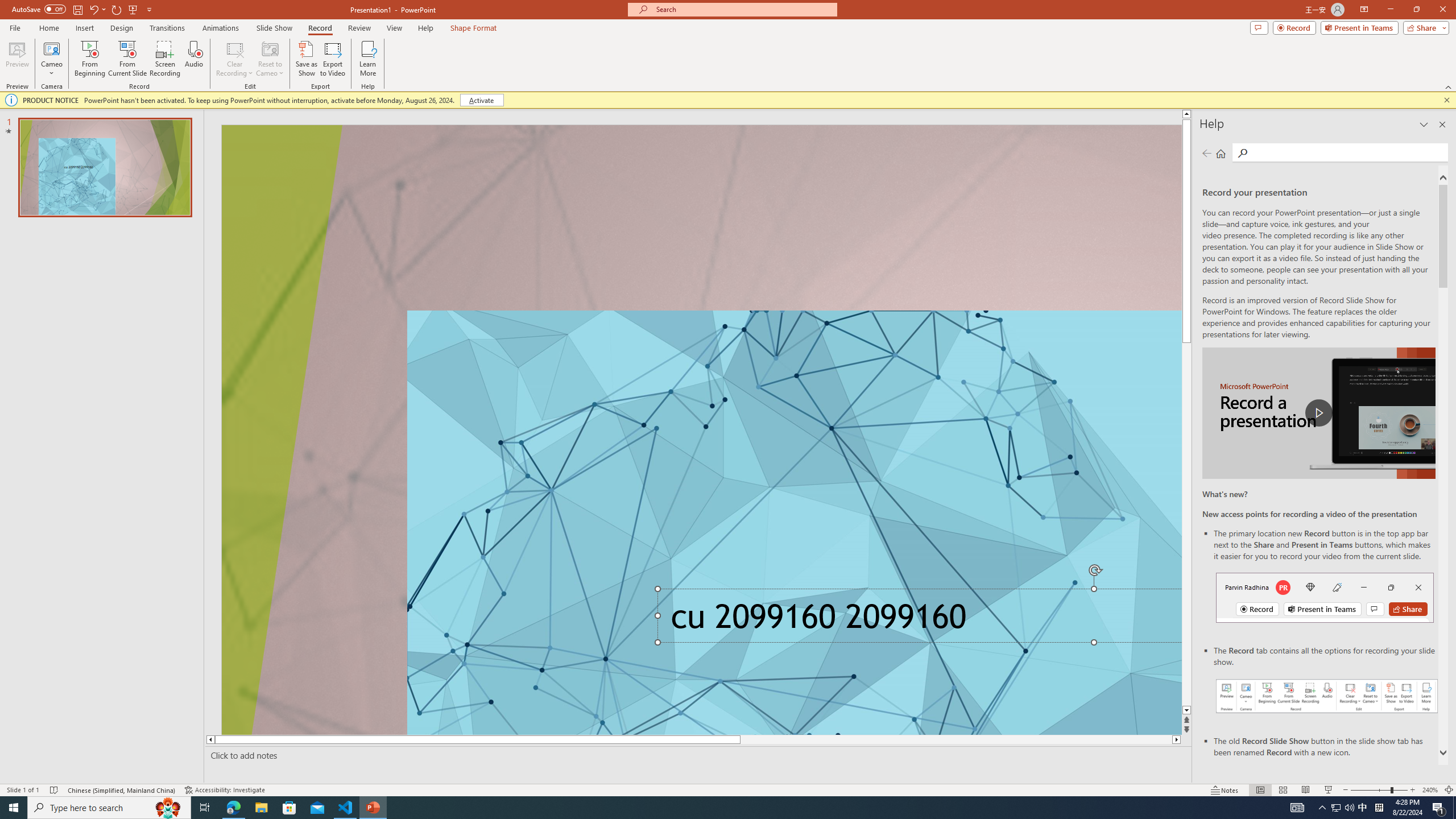 The width and height of the screenshot is (1456, 819). Describe the element at coordinates (1259, 790) in the screenshot. I see `'Normal'` at that location.